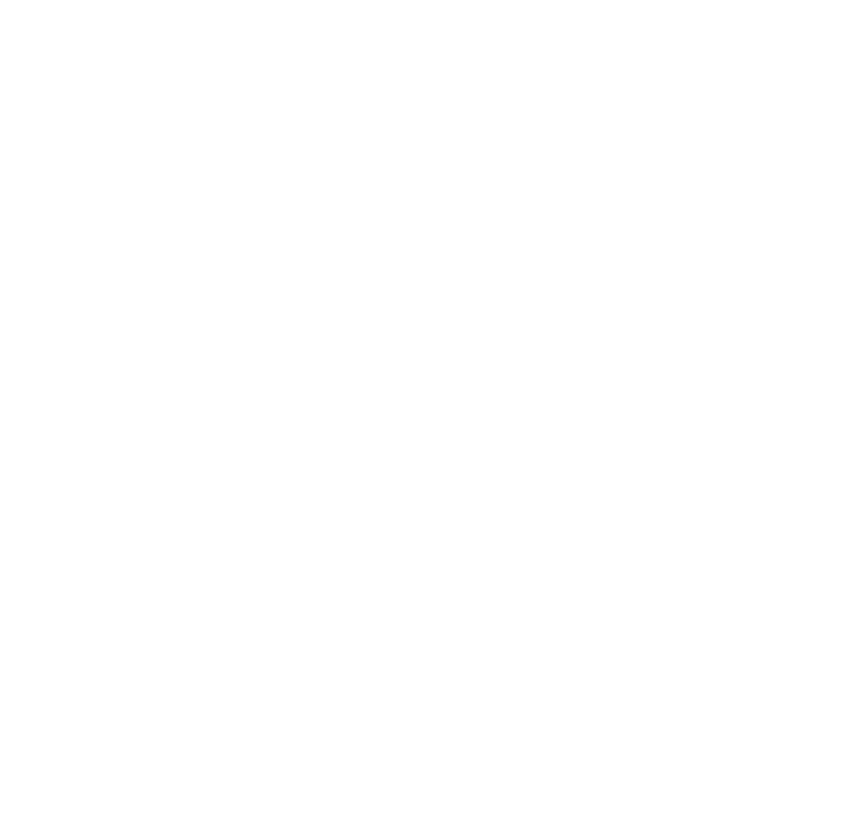  What do you see at coordinates (135, 628) in the screenshot?
I see `'Datasheet:'` at bounding box center [135, 628].